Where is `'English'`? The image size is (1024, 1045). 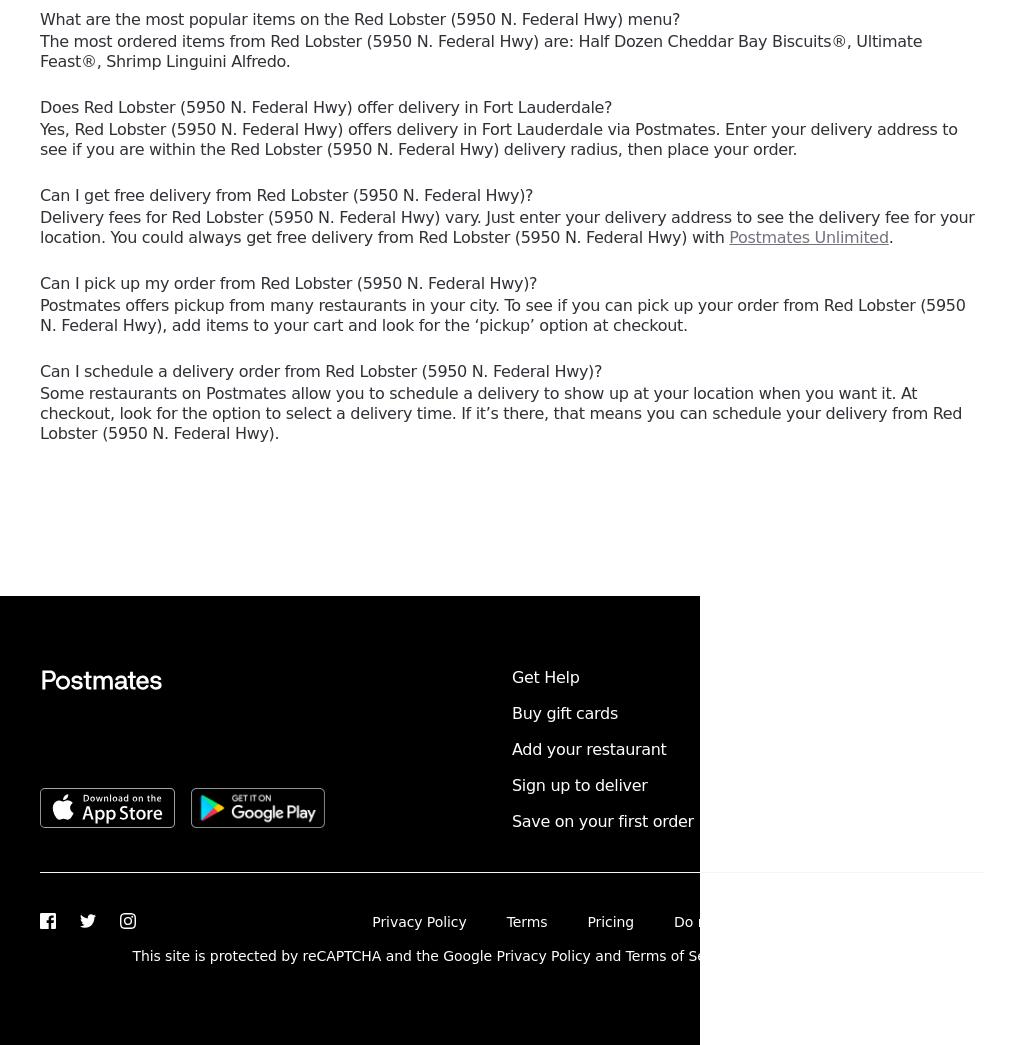 'English' is located at coordinates (771, 785).